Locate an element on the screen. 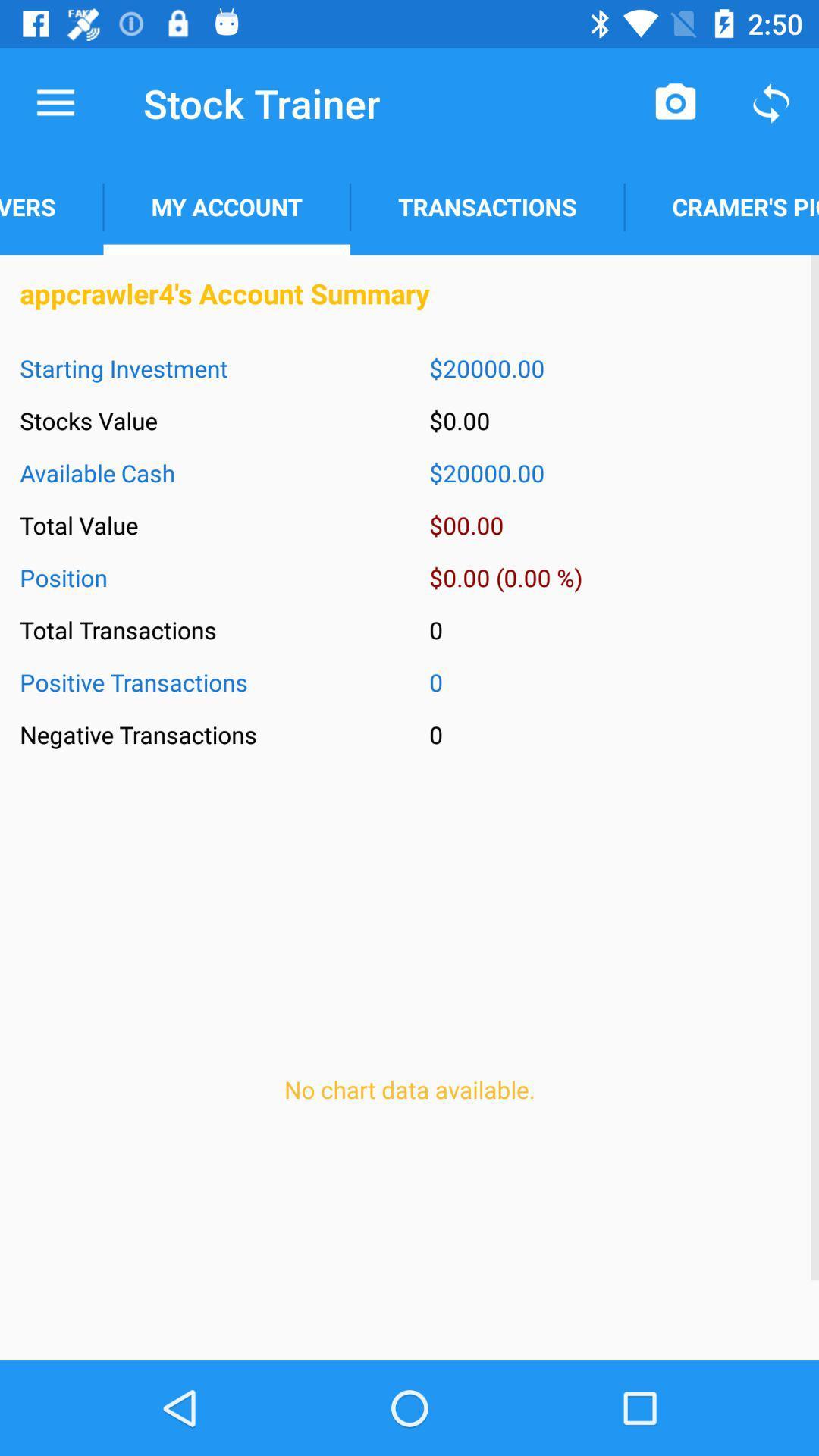 The width and height of the screenshot is (819, 1456). the icon next to the transactions is located at coordinates (720, 206).